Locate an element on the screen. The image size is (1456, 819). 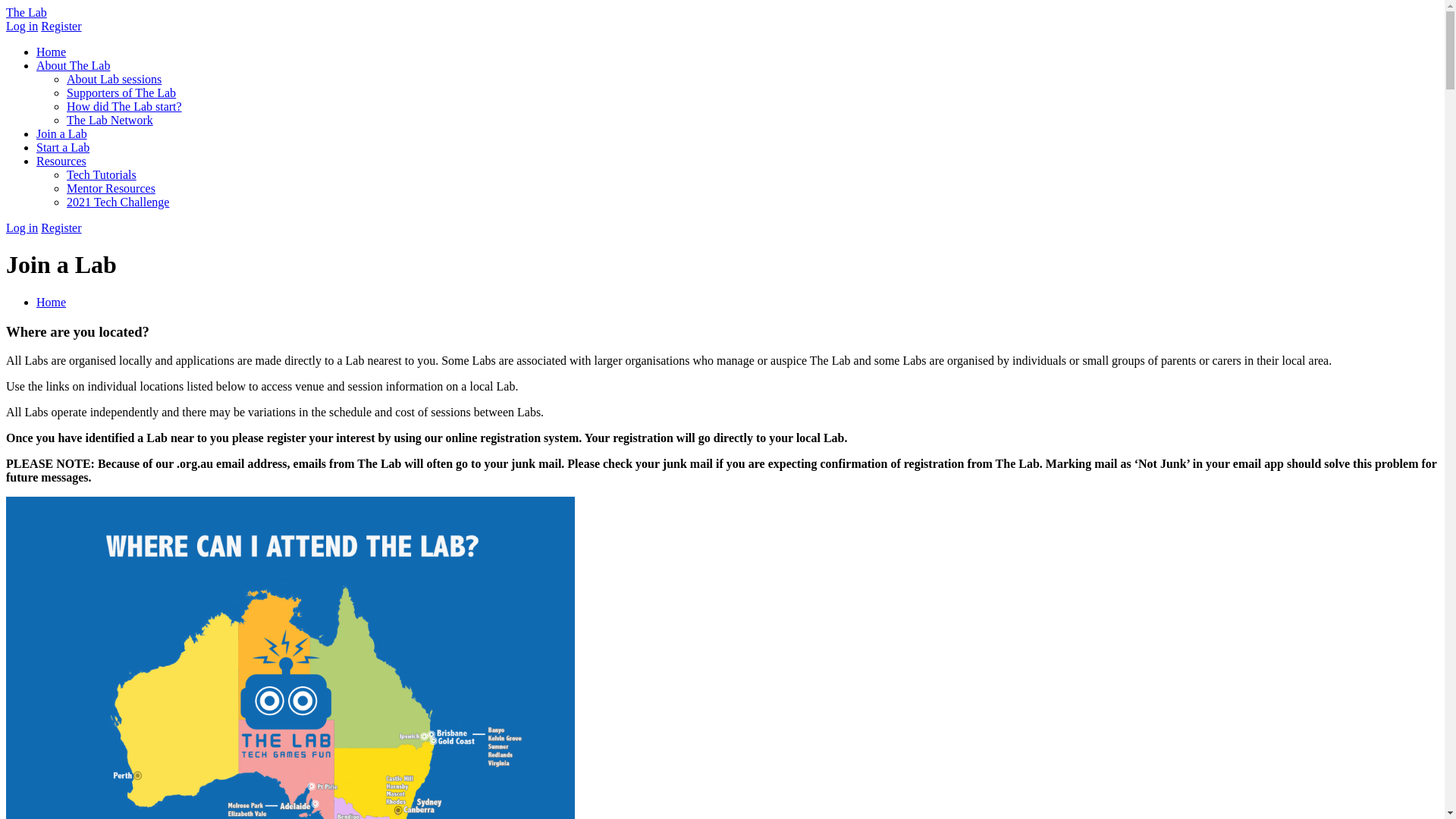
'Register' is located at coordinates (61, 26).